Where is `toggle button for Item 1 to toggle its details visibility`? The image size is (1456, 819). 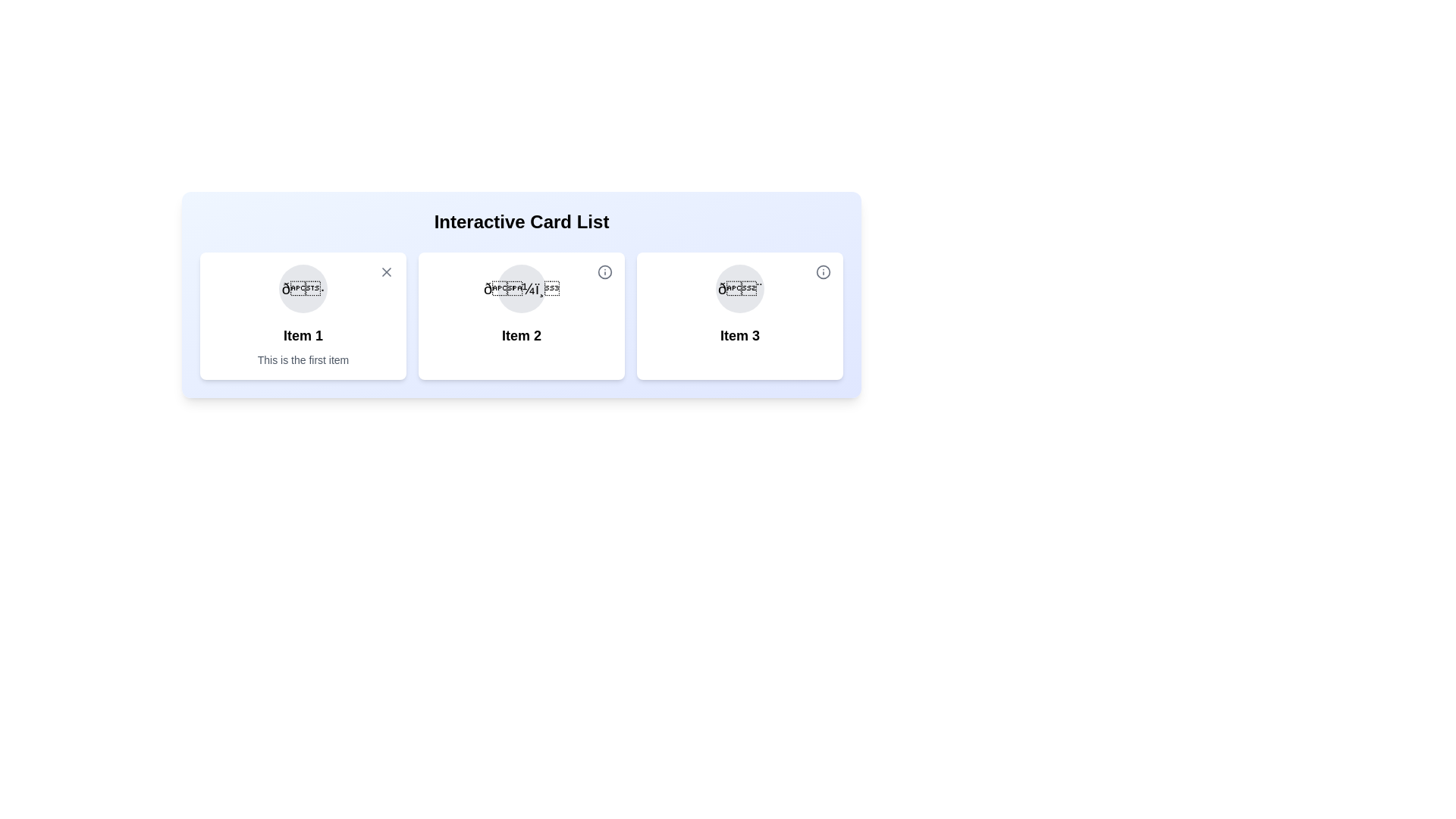
toggle button for Item 1 to toggle its details visibility is located at coordinates (386, 271).